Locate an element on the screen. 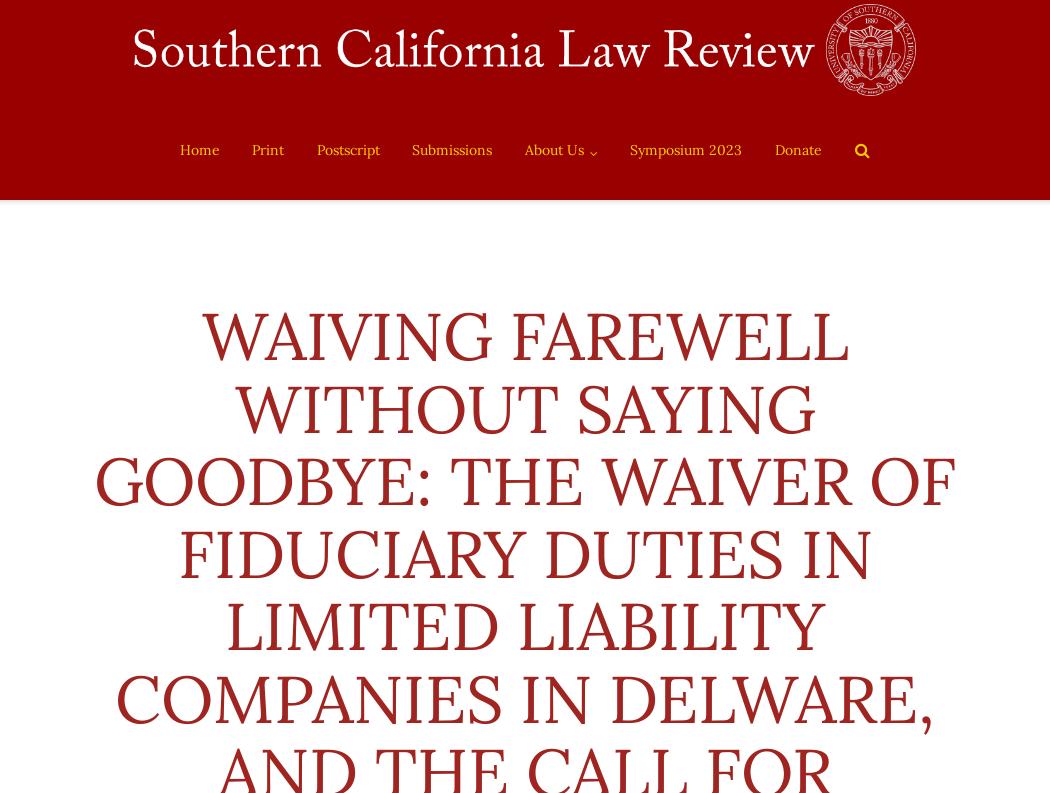  'Print' is located at coordinates (266, 150).